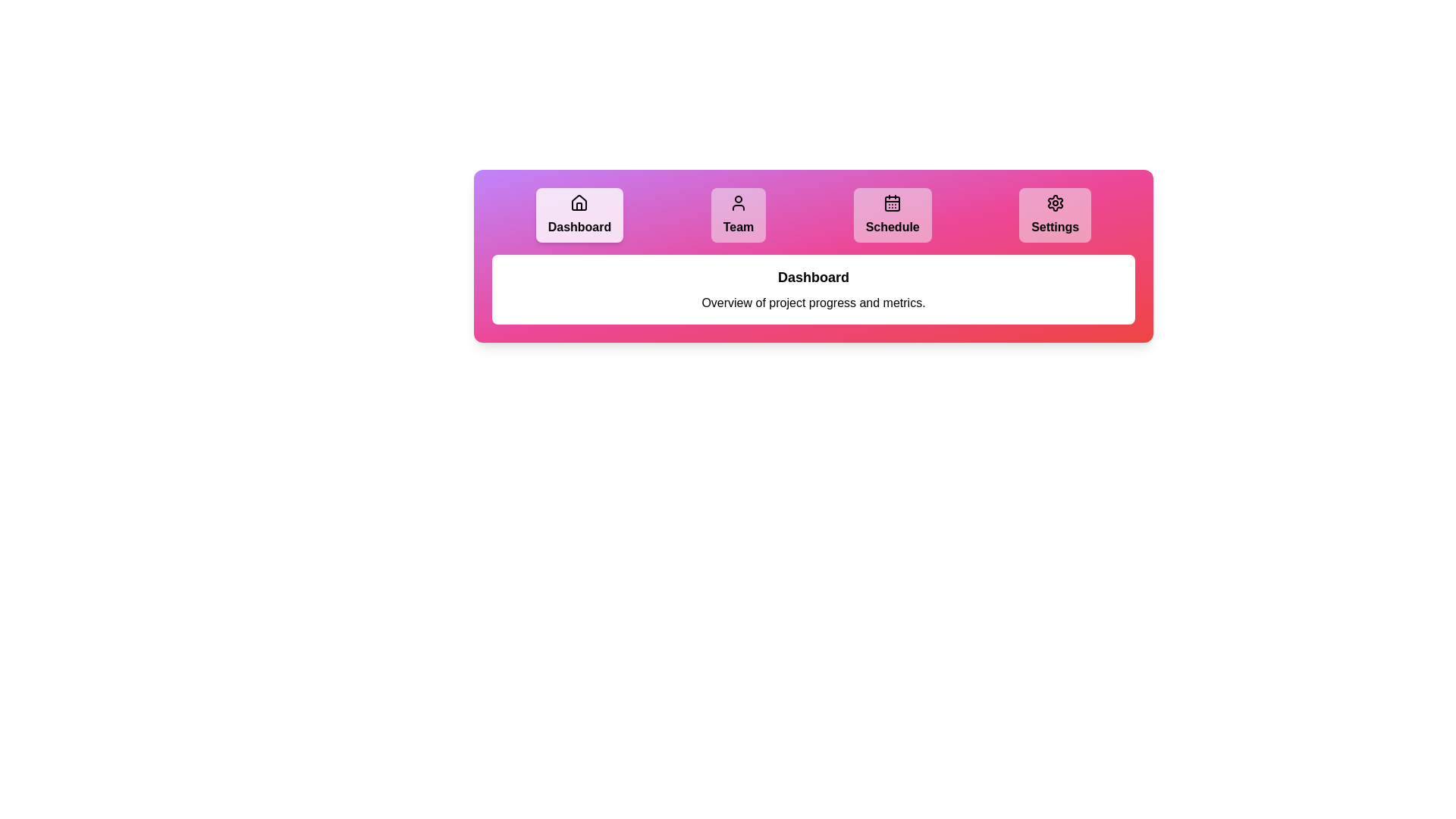  I want to click on the tab labeled Schedule by clicking on it, so click(893, 215).